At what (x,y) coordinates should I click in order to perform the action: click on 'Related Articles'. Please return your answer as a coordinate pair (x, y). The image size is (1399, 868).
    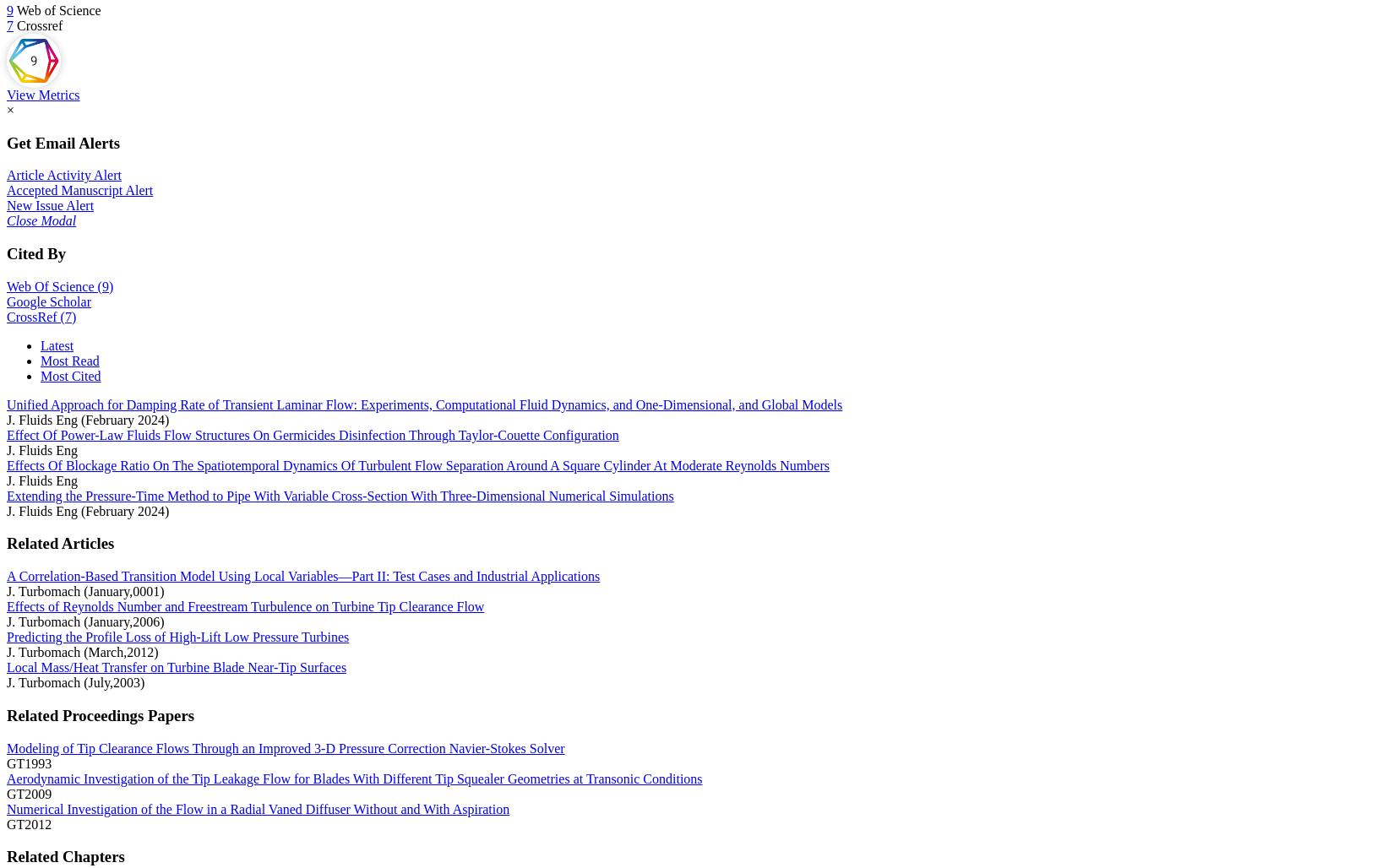
    Looking at the image, I should click on (59, 543).